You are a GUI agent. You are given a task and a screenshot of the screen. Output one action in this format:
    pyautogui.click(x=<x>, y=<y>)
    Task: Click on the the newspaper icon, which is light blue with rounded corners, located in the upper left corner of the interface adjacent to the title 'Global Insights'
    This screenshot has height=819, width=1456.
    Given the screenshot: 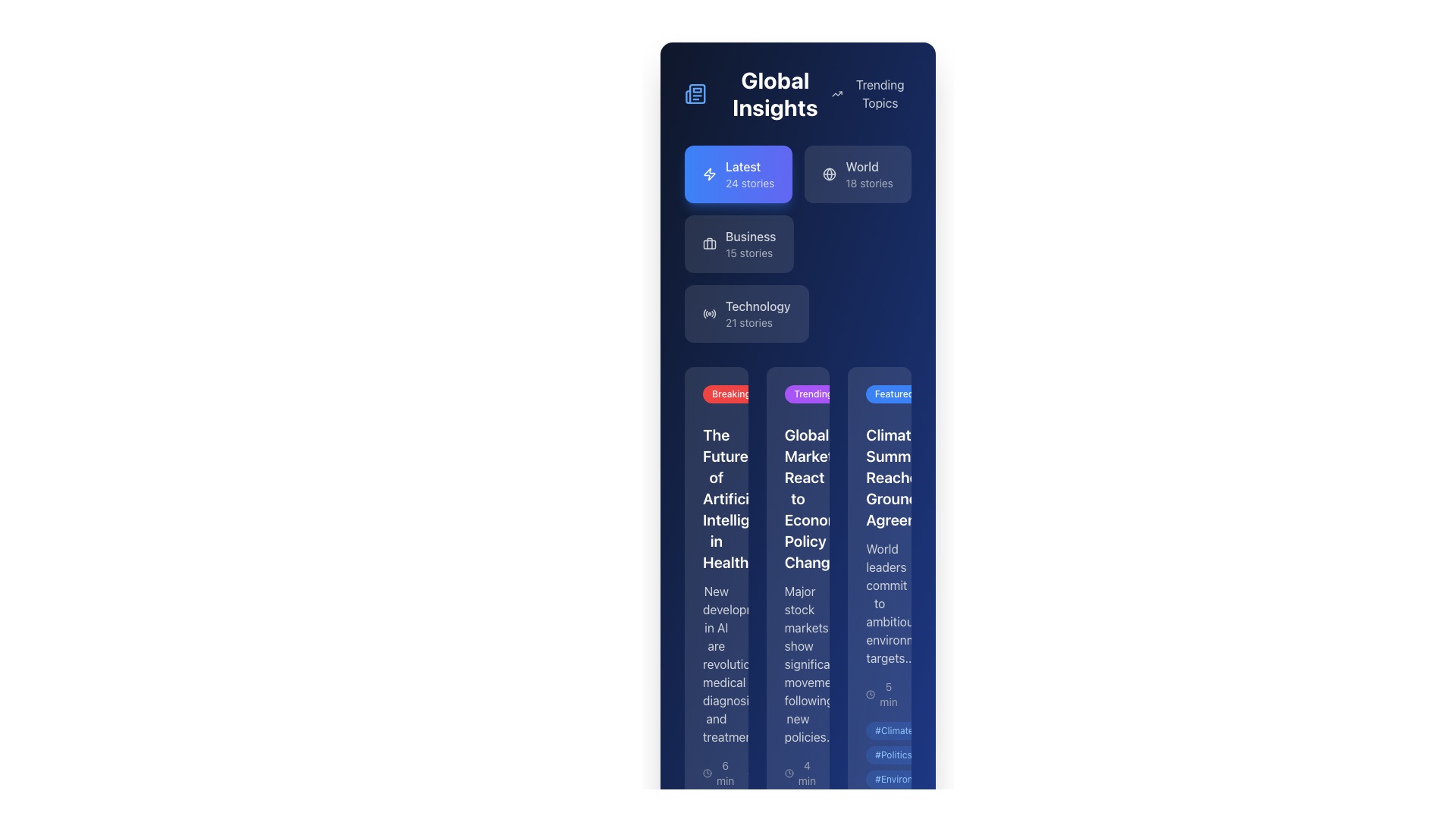 What is the action you would take?
    pyautogui.click(x=695, y=93)
    